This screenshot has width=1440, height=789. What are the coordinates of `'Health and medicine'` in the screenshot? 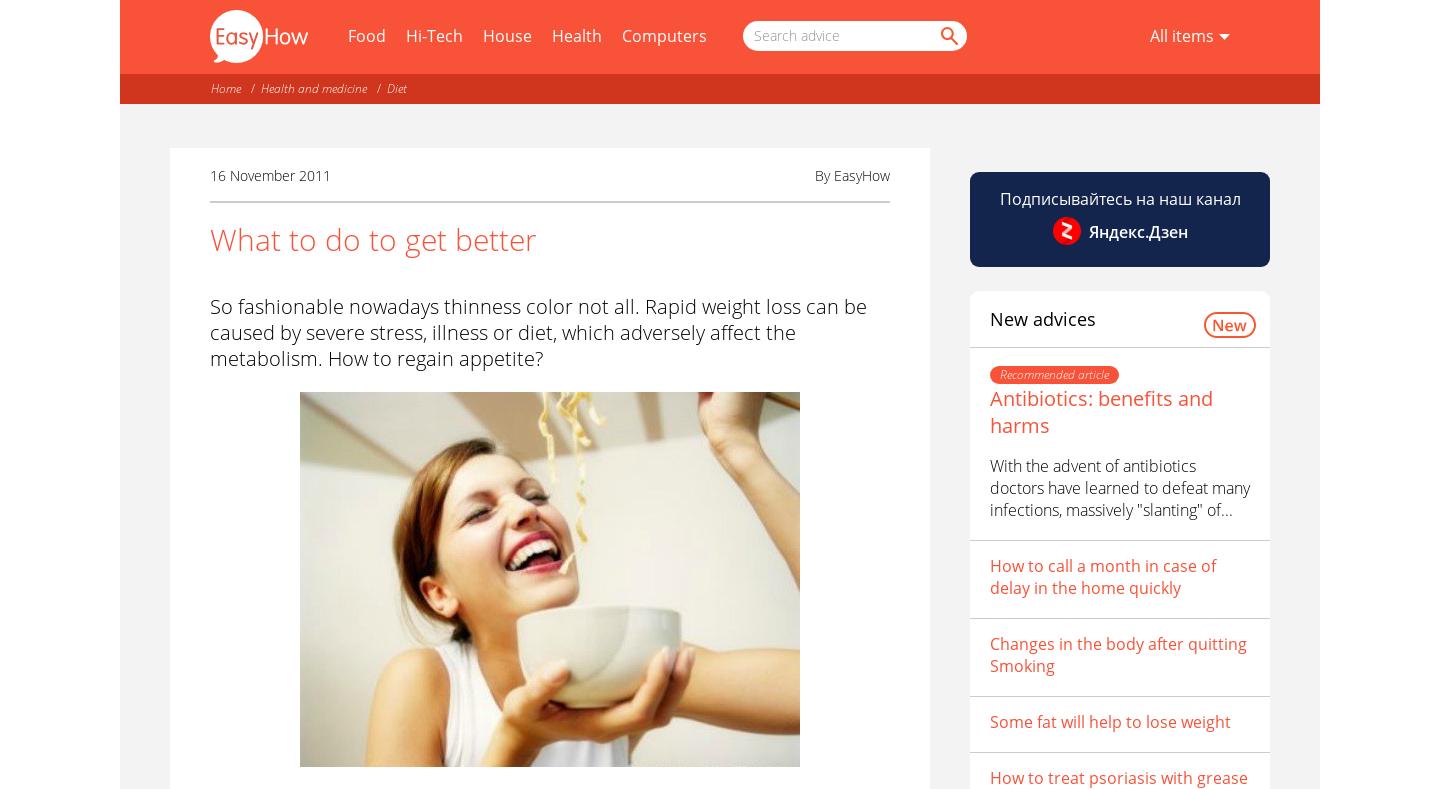 It's located at (314, 88).